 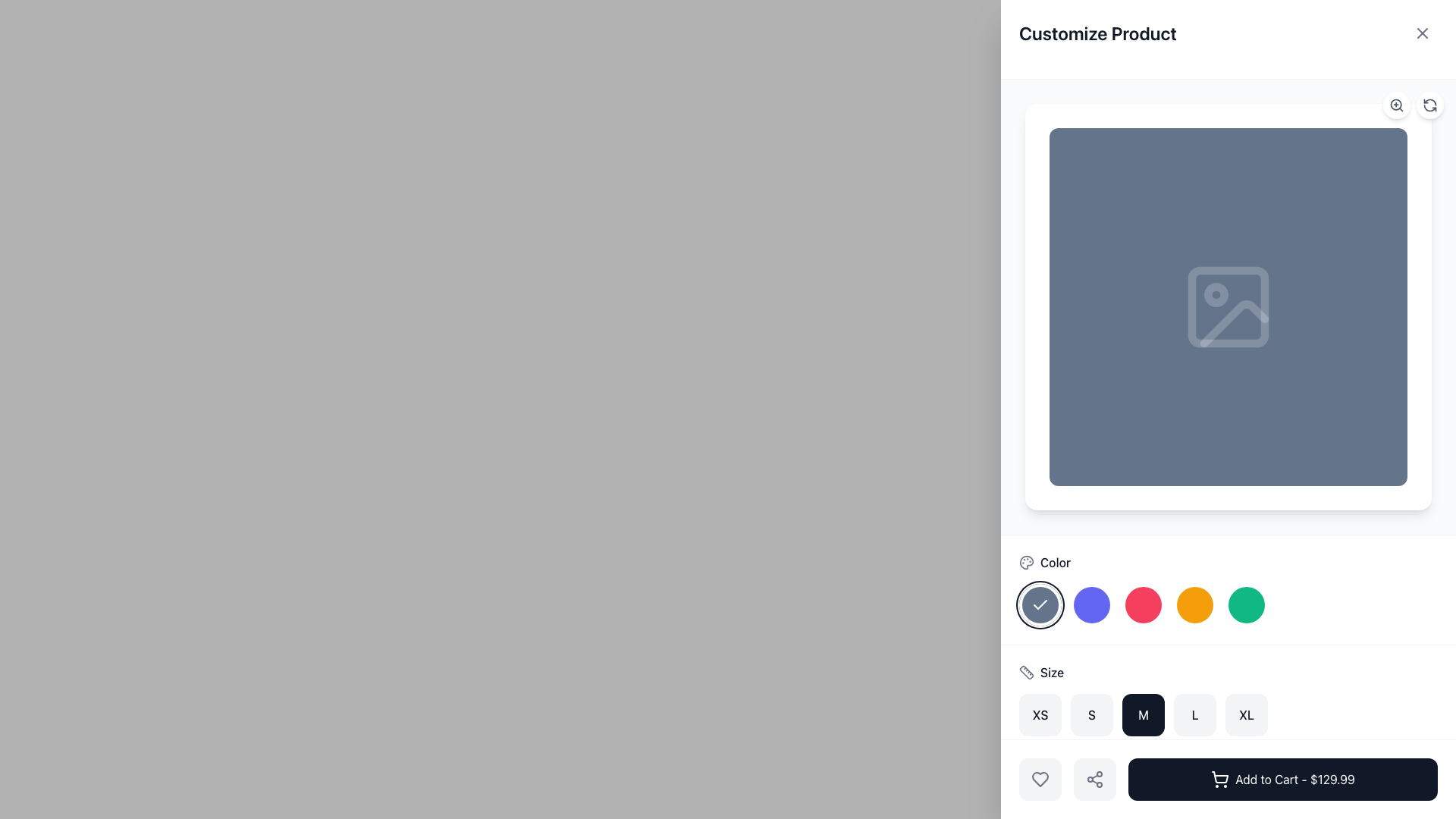 I want to click on the third selectable color option circle, which has a solid rose color fill and is located in the color selection section below the image area, so click(x=1143, y=604).